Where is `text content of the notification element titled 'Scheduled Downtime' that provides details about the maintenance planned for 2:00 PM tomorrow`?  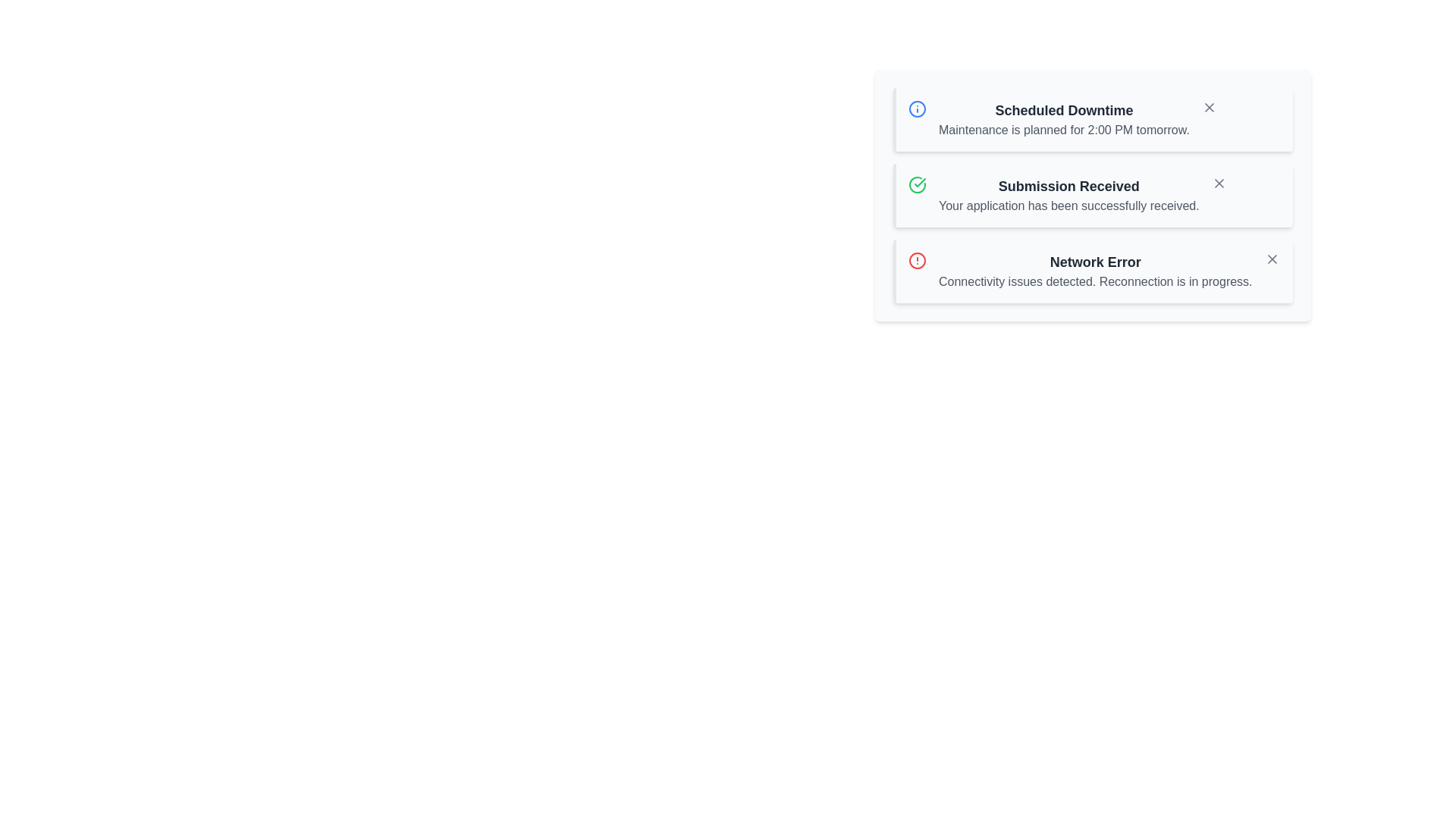
text content of the notification element titled 'Scheduled Downtime' that provides details about the maintenance planned for 2:00 PM tomorrow is located at coordinates (1063, 119).